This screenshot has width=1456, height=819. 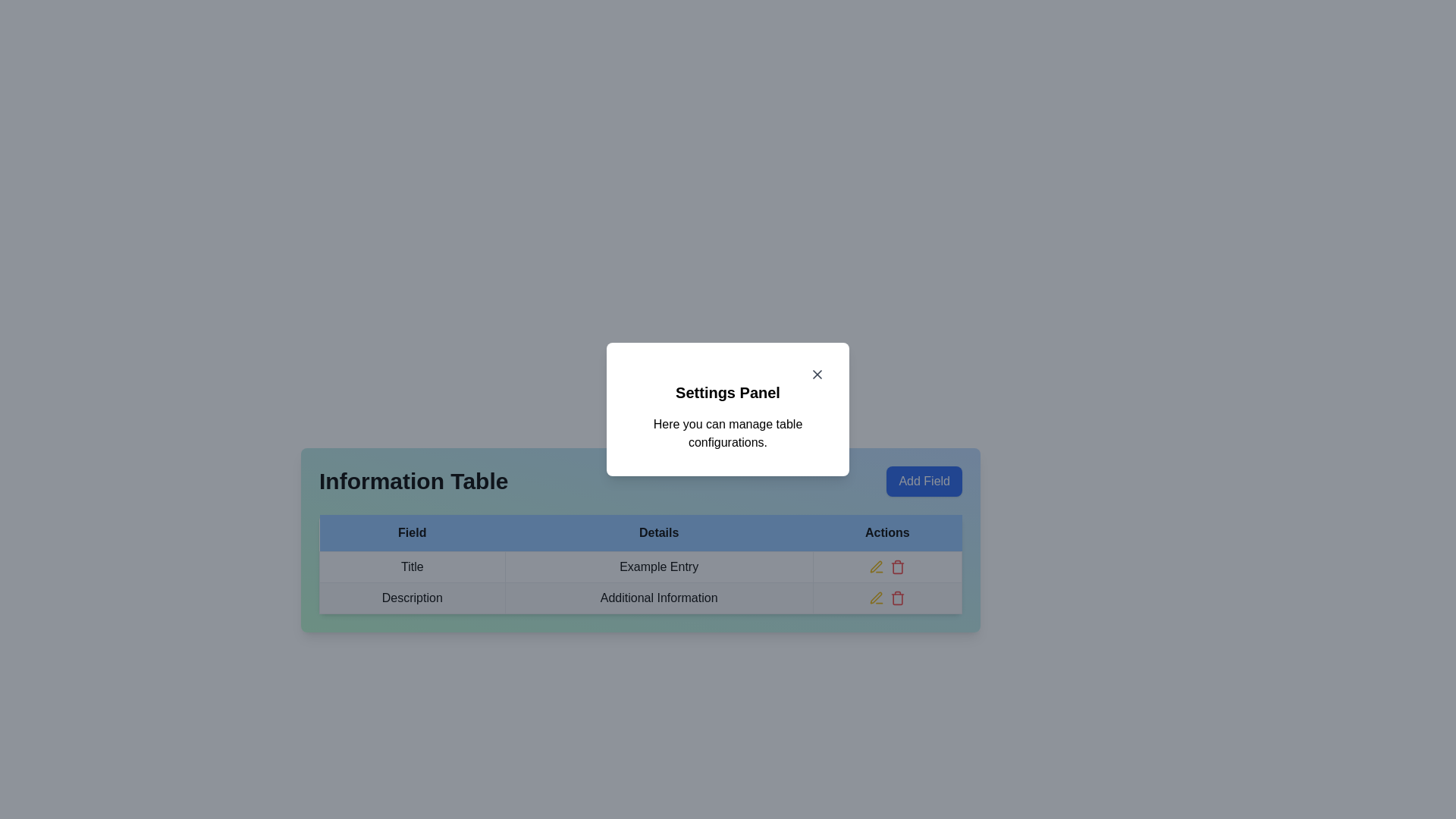 I want to click on the red trash can icon button in the 'Actions' column of the first row, so click(x=898, y=567).